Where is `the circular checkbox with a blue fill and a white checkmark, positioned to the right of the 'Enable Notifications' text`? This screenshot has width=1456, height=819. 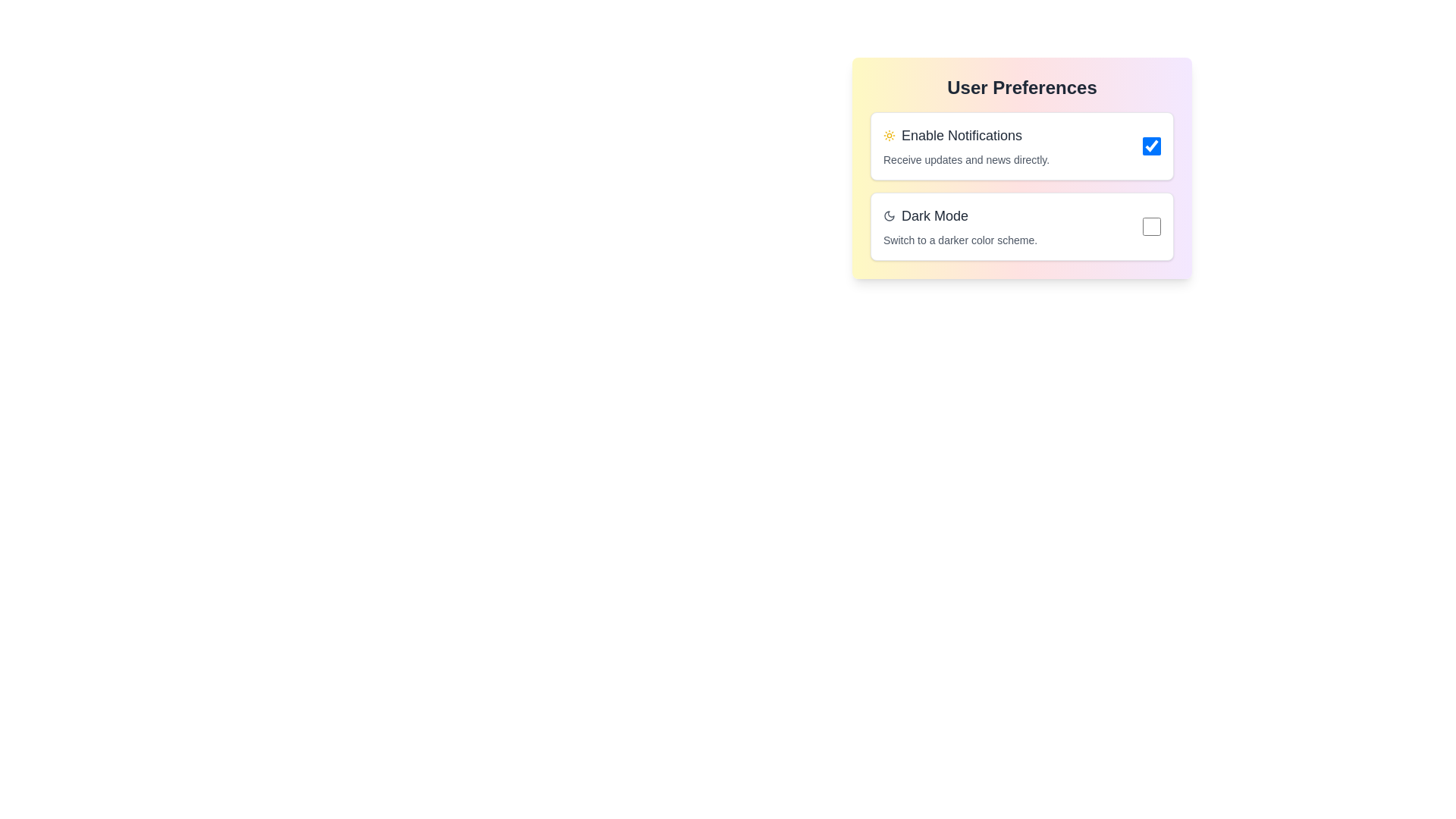
the circular checkbox with a blue fill and a white checkmark, positioned to the right of the 'Enable Notifications' text is located at coordinates (1151, 146).